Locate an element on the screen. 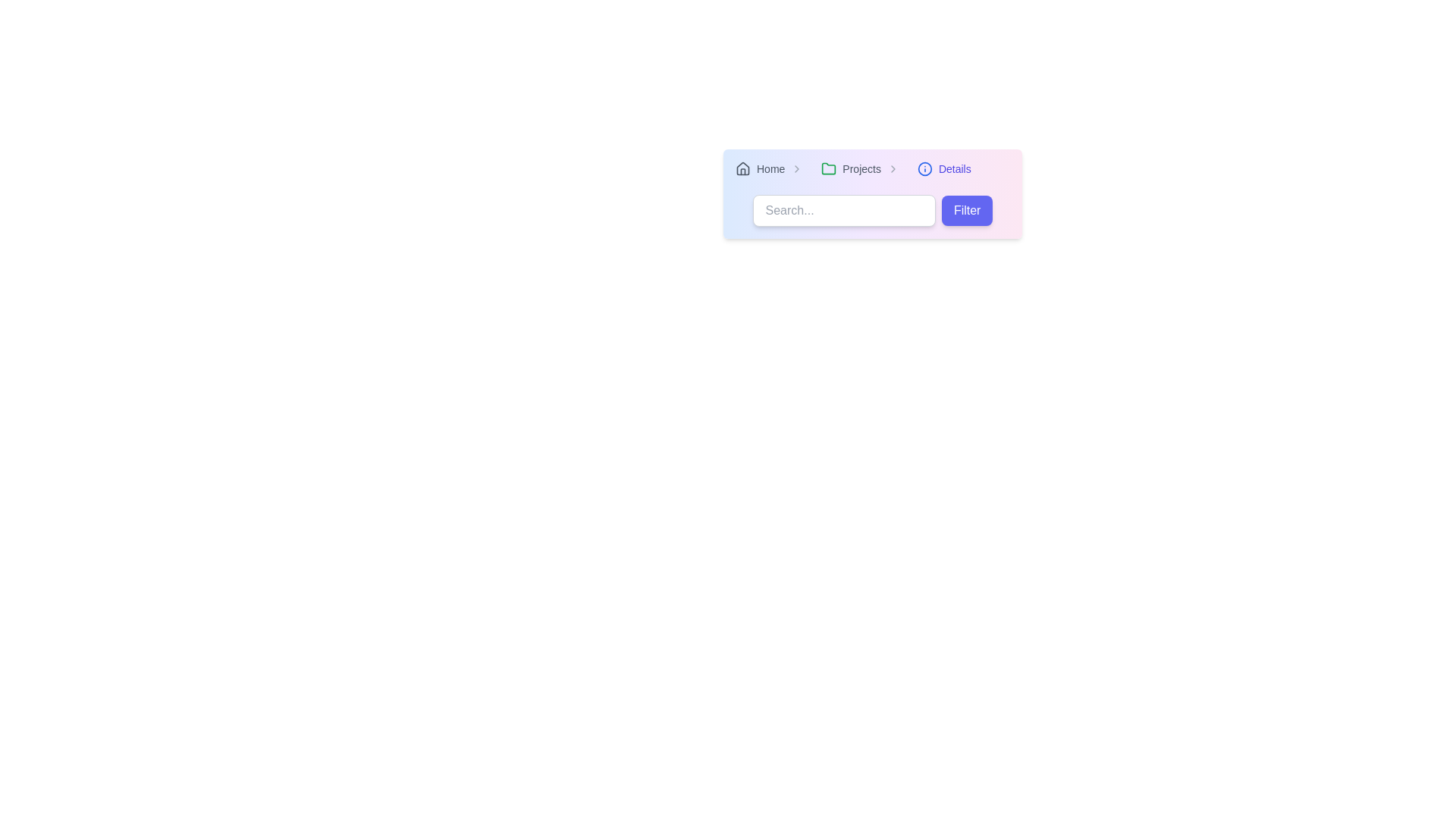 The width and height of the screenshot is (1456, 819). the breadcrumb hyperlink that navigates to the 'Projects' section, located in the top center of the interface, between 'Home' and 'Details' is located at coordinates (851, 169).